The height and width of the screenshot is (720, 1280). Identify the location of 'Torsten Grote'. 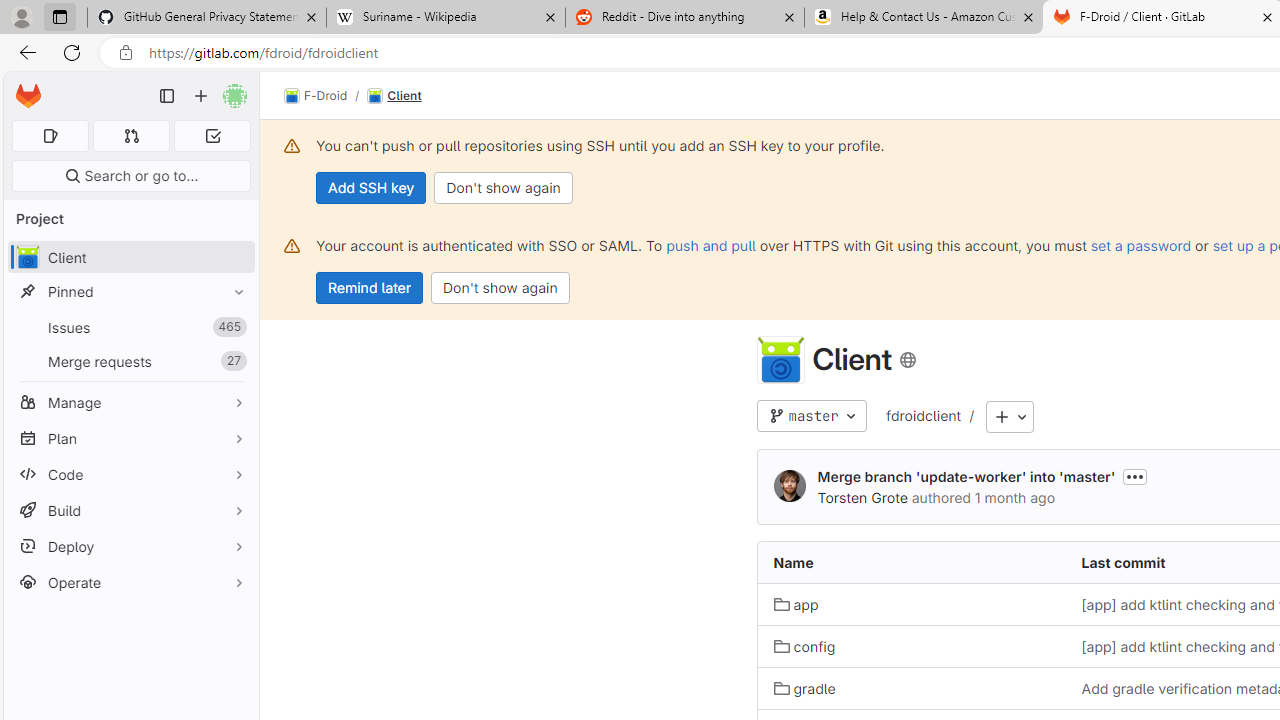
(788, 486).